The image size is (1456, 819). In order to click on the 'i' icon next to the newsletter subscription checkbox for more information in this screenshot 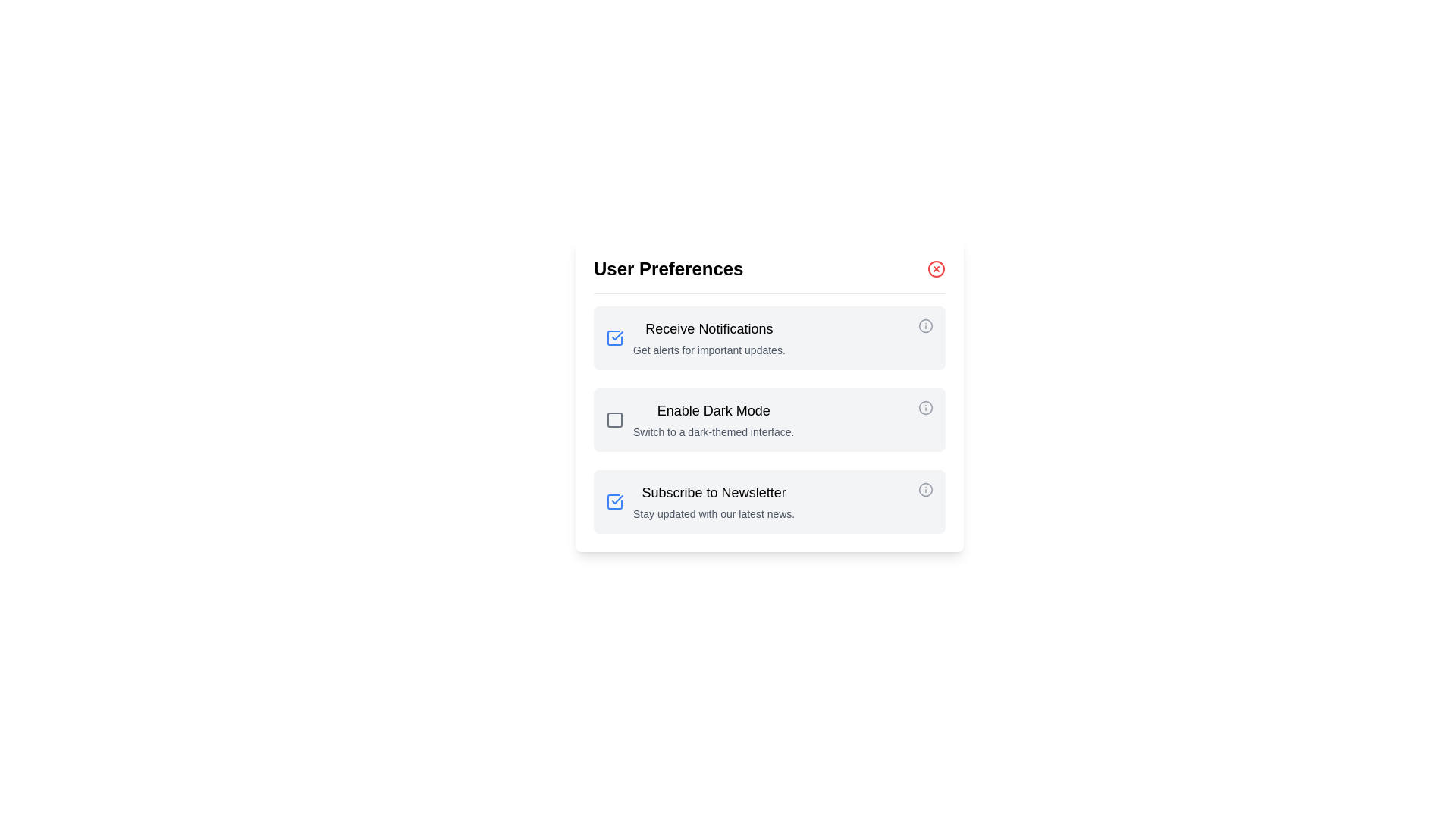, I will do `click(769, 502)`.